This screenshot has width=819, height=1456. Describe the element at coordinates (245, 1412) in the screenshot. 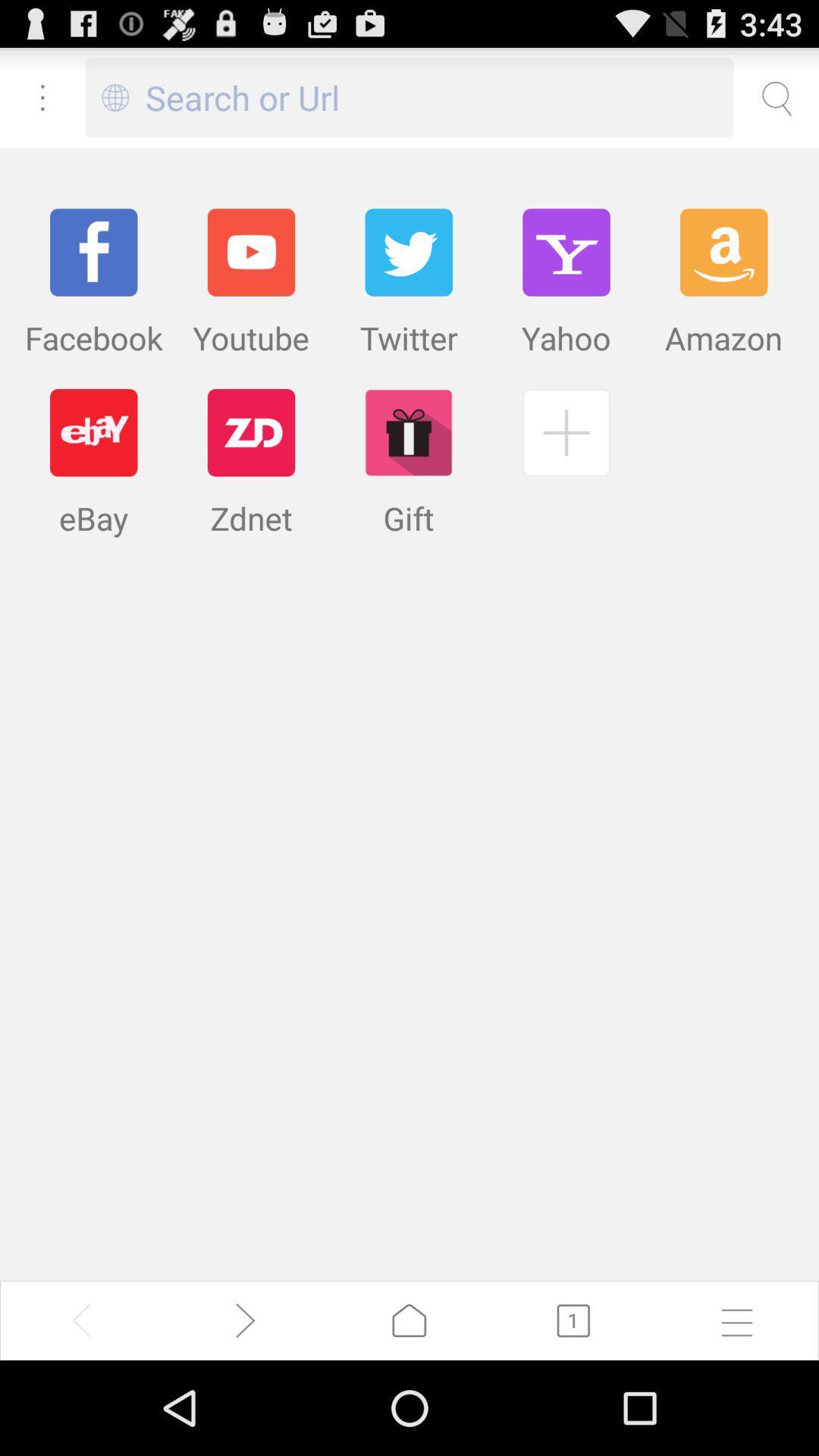

I see `the arrow_forward icon` at that location.